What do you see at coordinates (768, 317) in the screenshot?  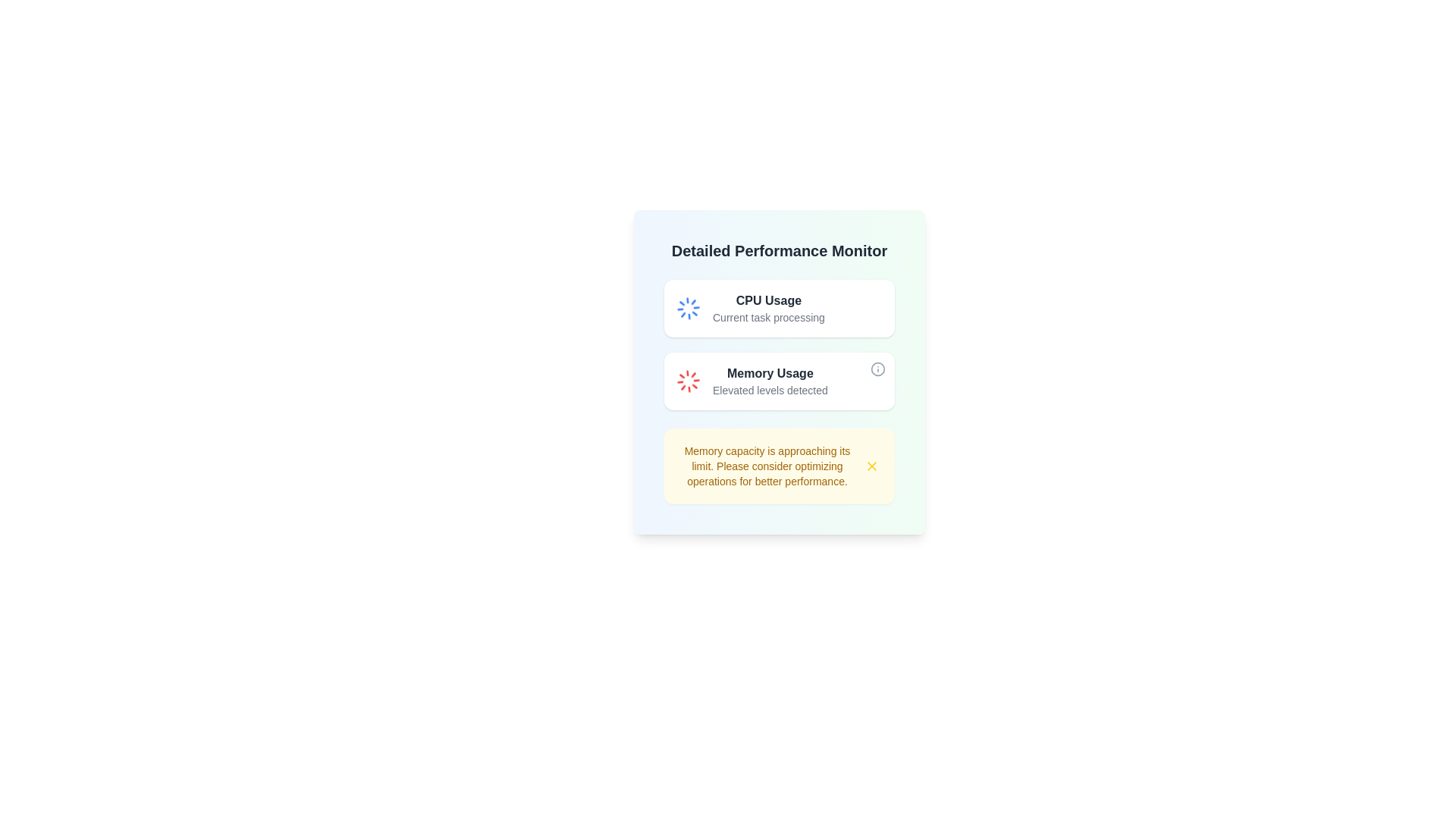 I see `the descriptive text label located directly below the 'CPU Usage' title, which provides additional context about CPU usage` at bounding box center [768, 317].